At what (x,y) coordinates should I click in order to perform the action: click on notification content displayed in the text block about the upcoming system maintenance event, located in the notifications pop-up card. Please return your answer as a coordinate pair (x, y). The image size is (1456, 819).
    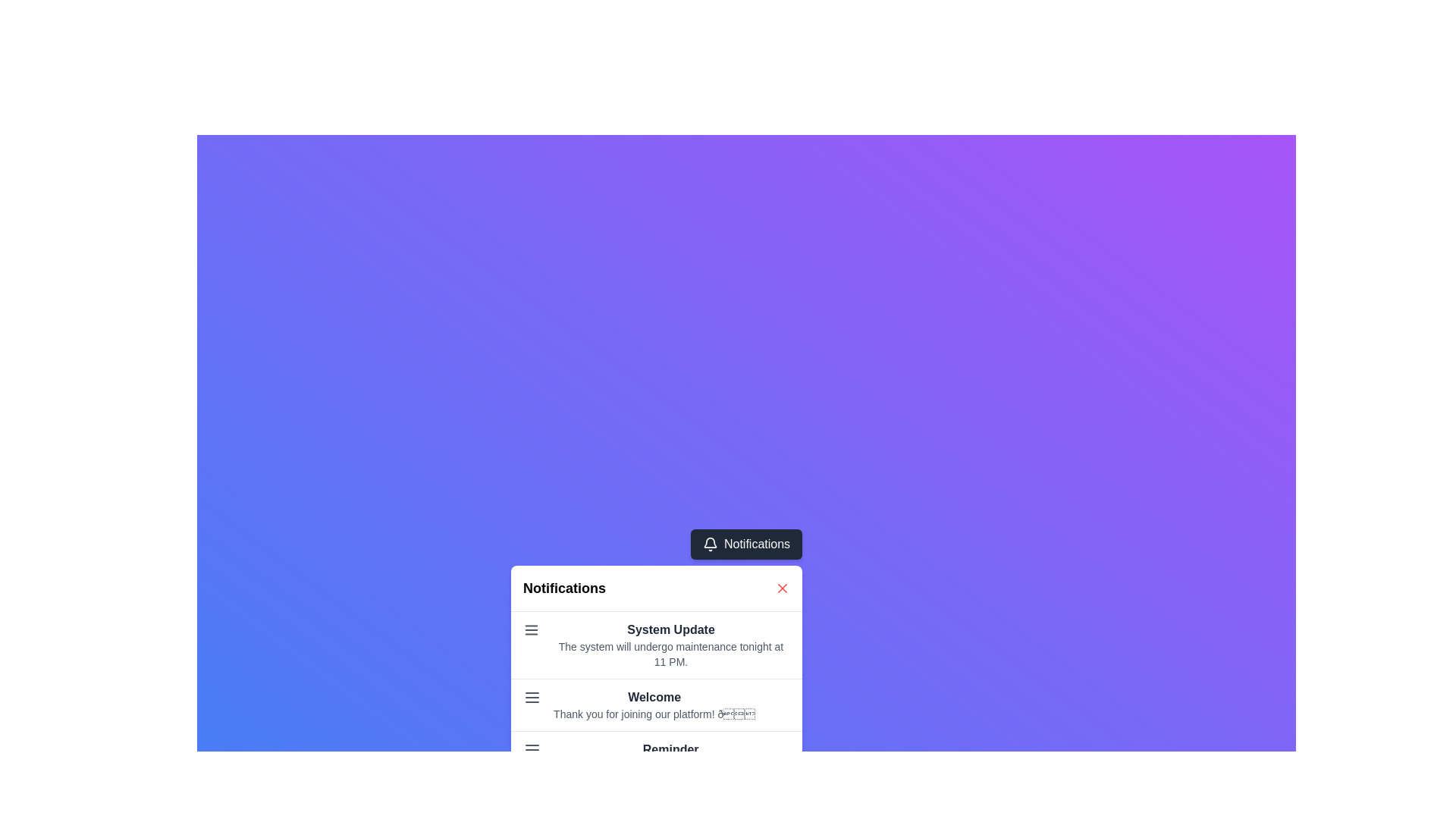
    Looking at the image, I should click on (670, 645).